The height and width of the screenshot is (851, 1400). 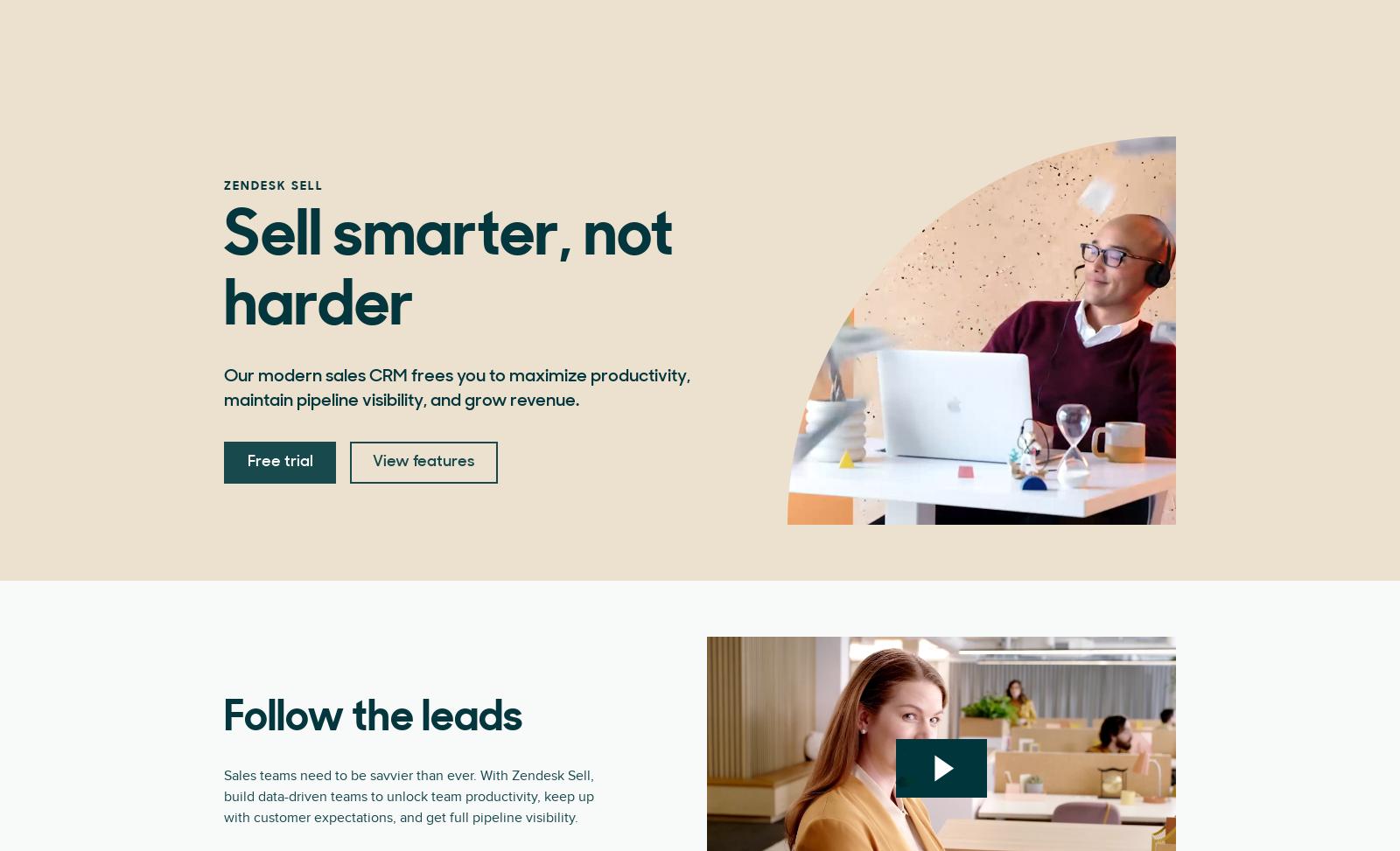 I want to click on 'Solutions', so click(x=748, y=34).